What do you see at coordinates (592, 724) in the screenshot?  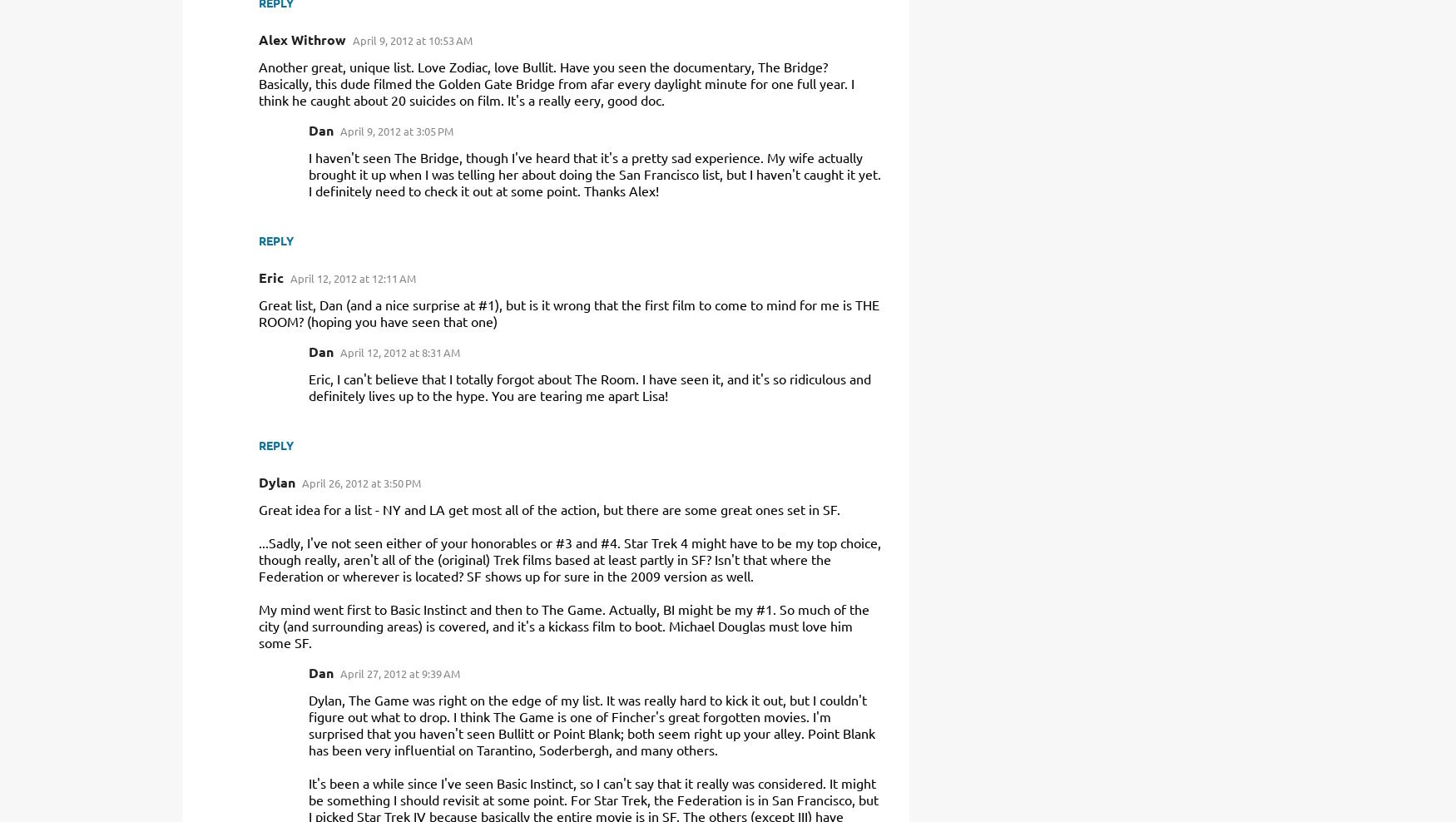 I see `'Dylan, The Game was right on the edge of my list. It was really hard to kick it out, but I couldn't figure out what to drop. I think The Game is one of Fincher's great forgotten movies. I'm surprised that you haven't seen Bullitt or Point Blank; both seem right up your alley. Point Blank has been very influential on Tarantino, Soderbergh, and many others.'` at bounding box center [592, 724].